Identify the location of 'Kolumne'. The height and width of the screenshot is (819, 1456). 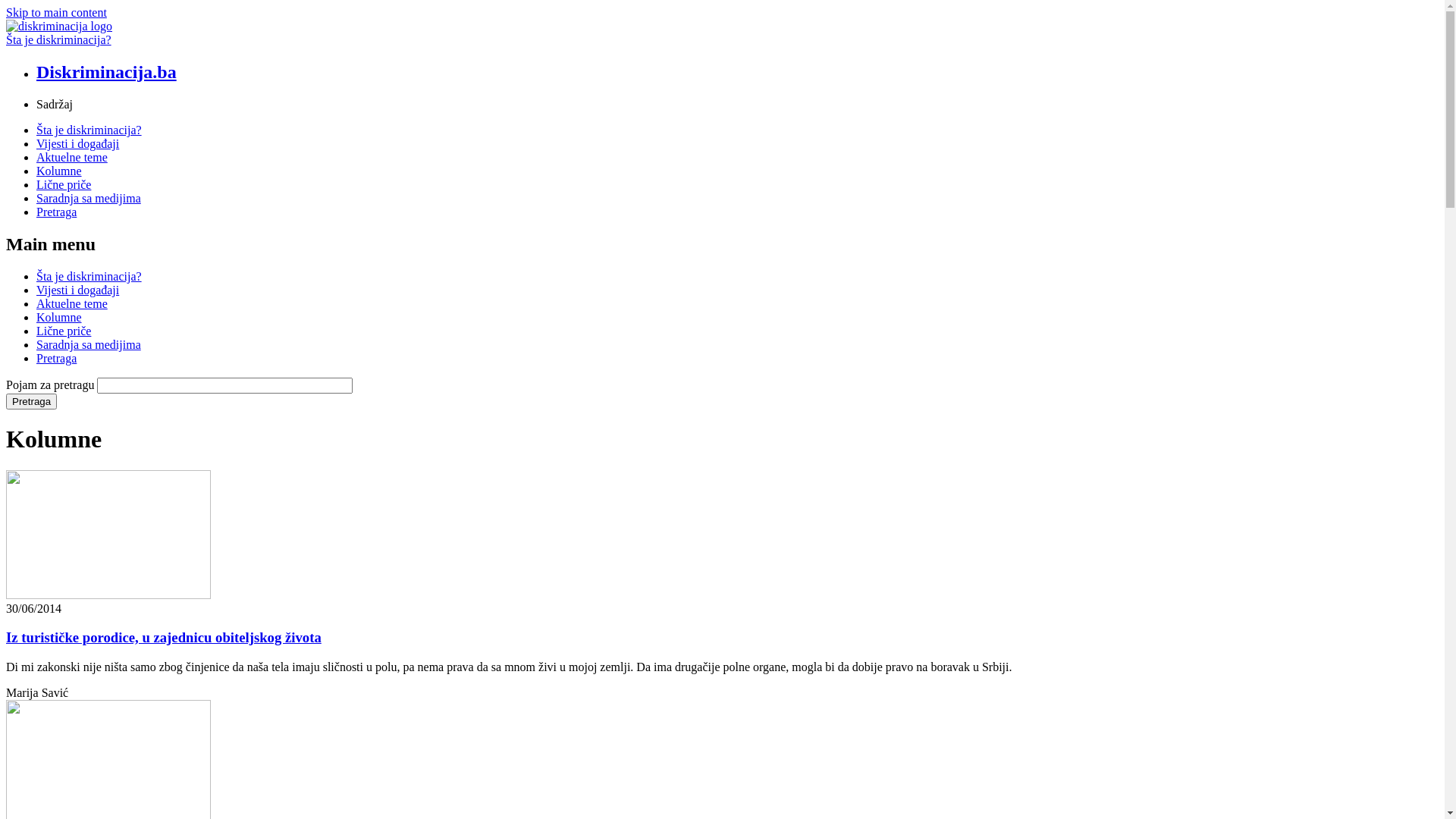
(36, 171).